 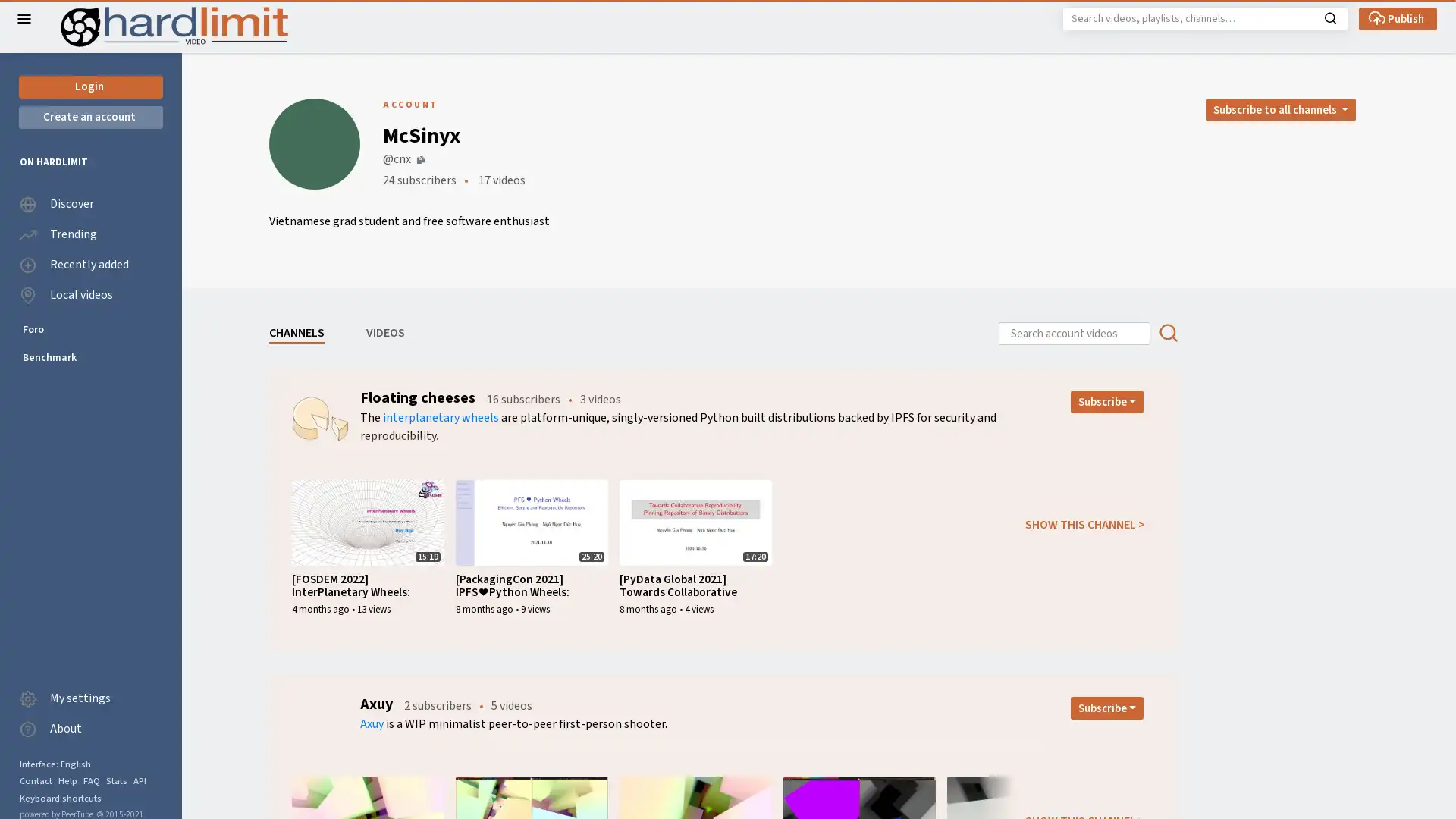 What do you see at coordinates (1329, 17) in the screenshot?
I see `Search` at bounding box center [1329, 17].